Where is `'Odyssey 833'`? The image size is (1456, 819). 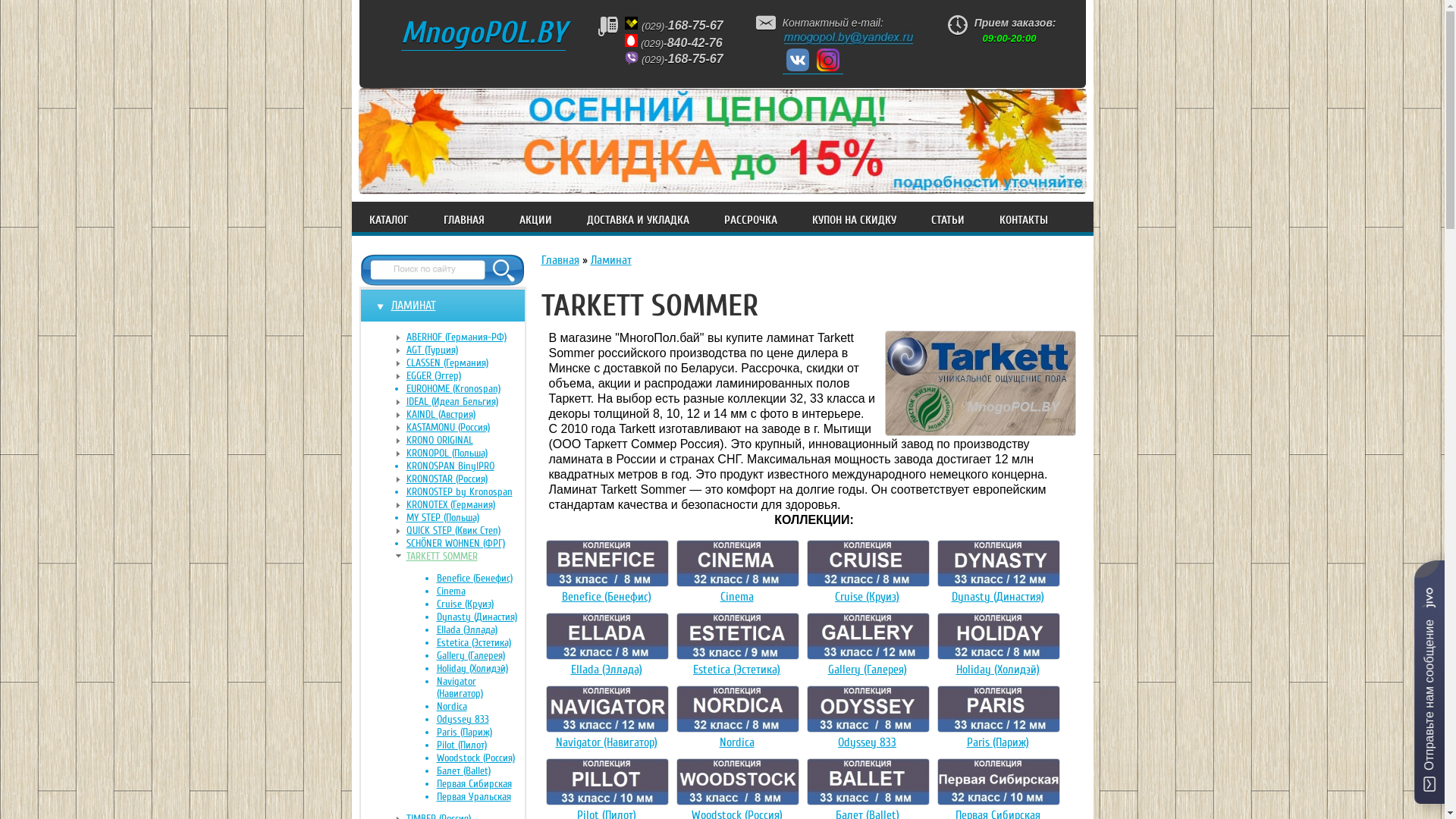
'Odyssey 833' is located at coordinates (867, 742).